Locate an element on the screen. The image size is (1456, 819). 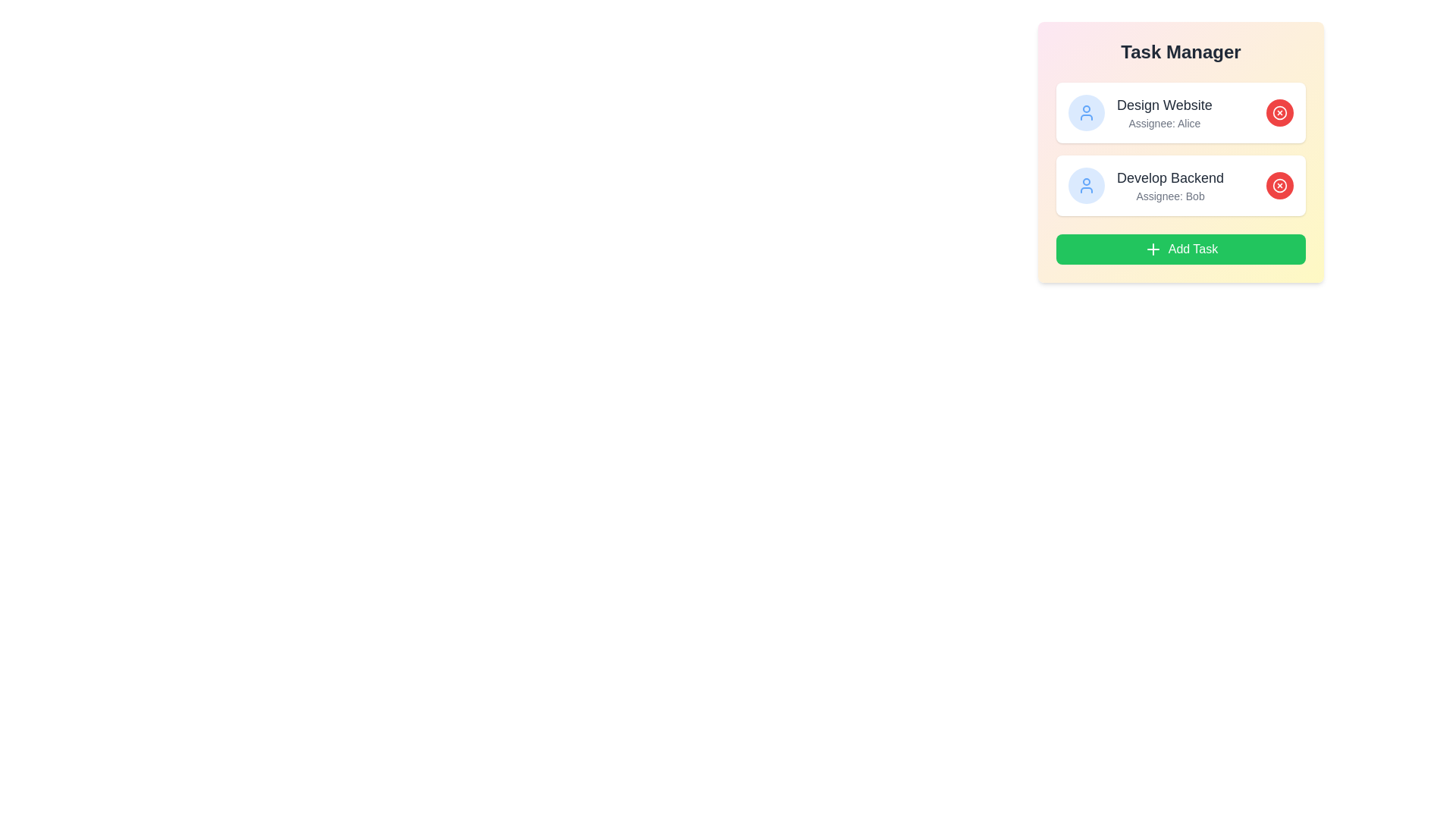
the circular red button with a white 'X' icon located in the top-right corner of the 'Design Website, Assignee: Alice' task card is located at coordinates (1279, 112).